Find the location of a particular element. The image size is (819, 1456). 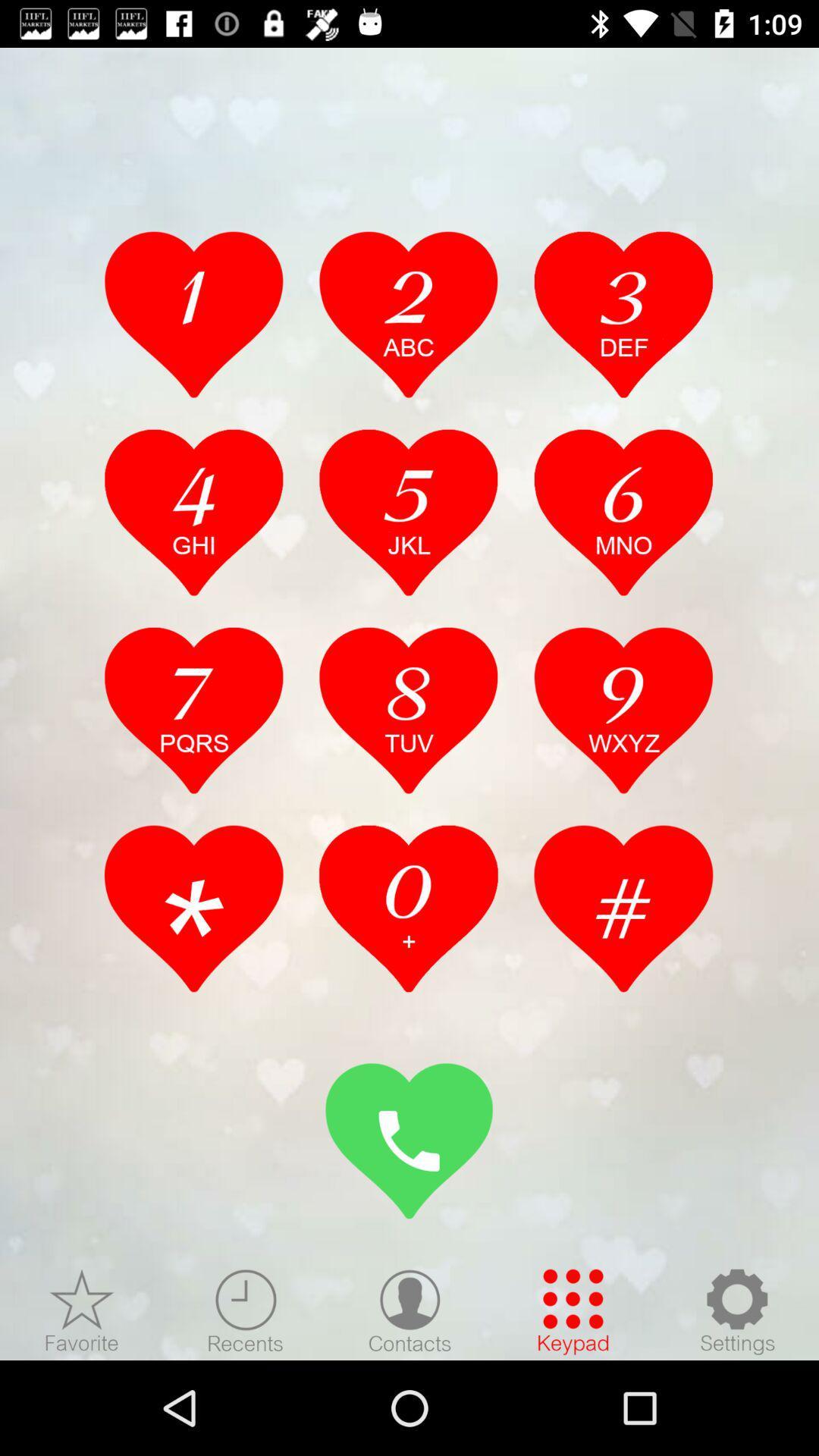

dial 6 is located at coordinates (623, 512).